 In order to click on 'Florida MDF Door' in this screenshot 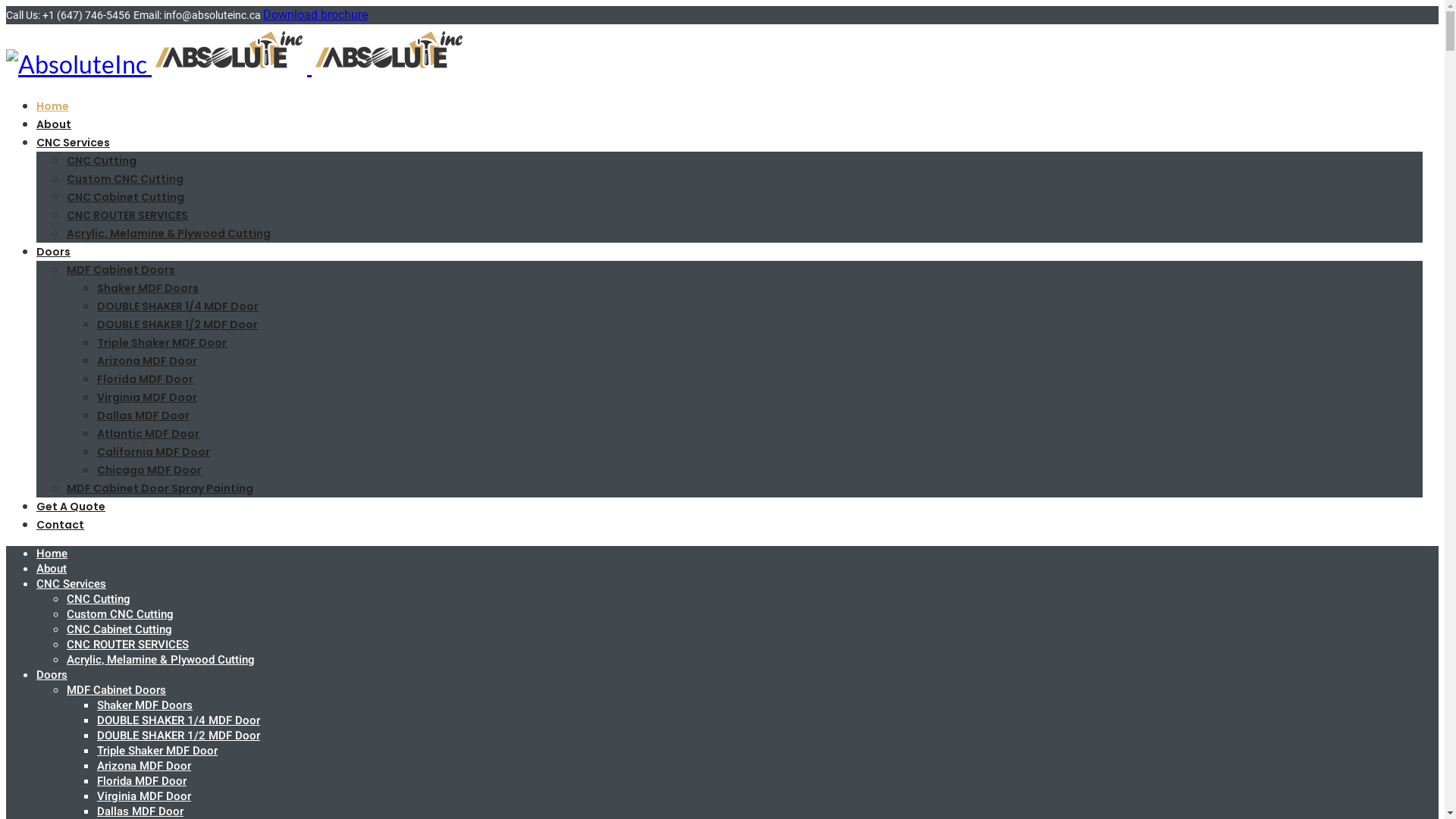, I will do `click(96, 780)`.